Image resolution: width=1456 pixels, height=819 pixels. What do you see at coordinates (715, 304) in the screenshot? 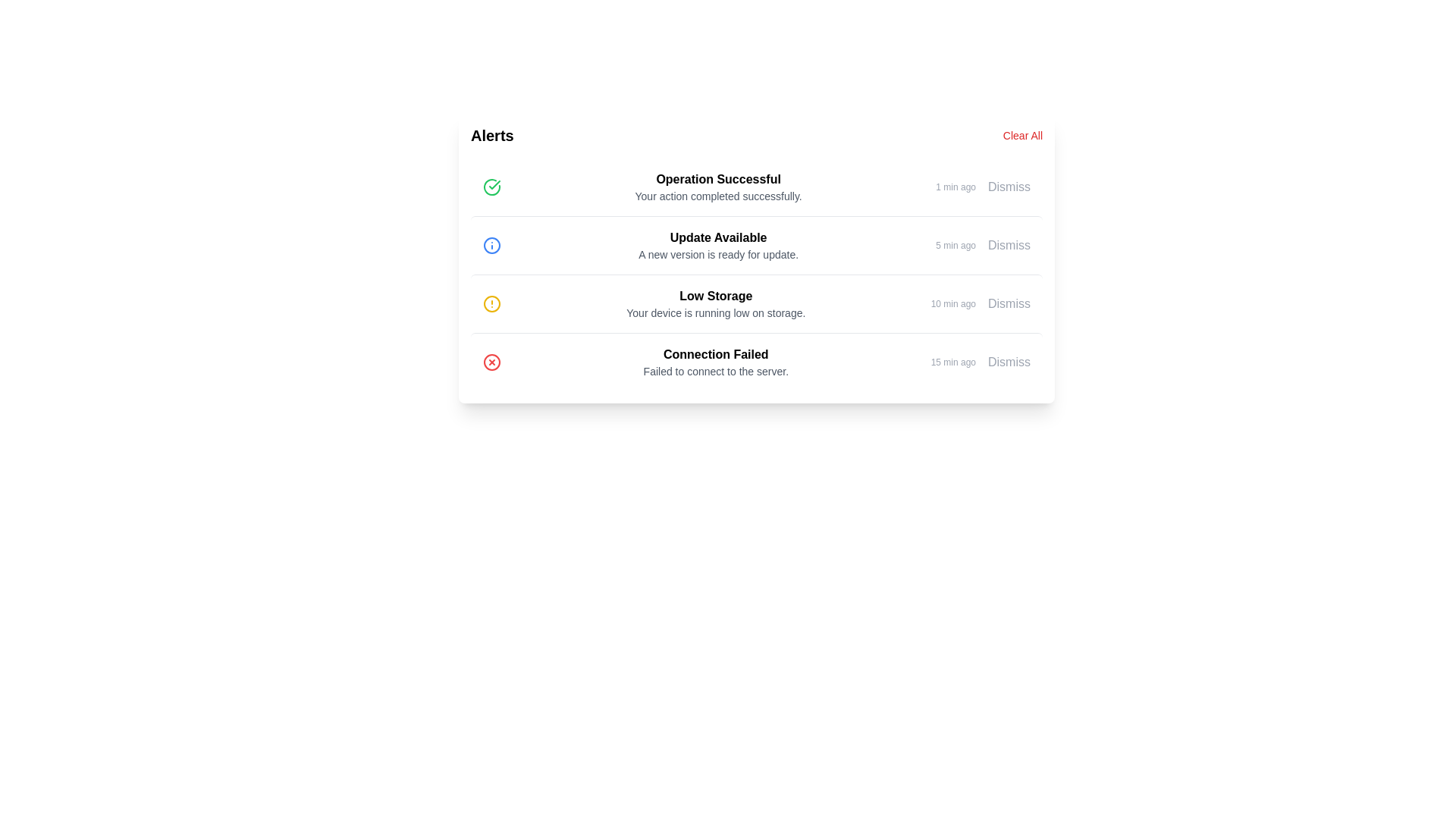
I see `notification element displaying the title 'Low Storage' and the description 'Your device is running low on storage.' which is the third item in the notification list` at bounding box center [715, 304].